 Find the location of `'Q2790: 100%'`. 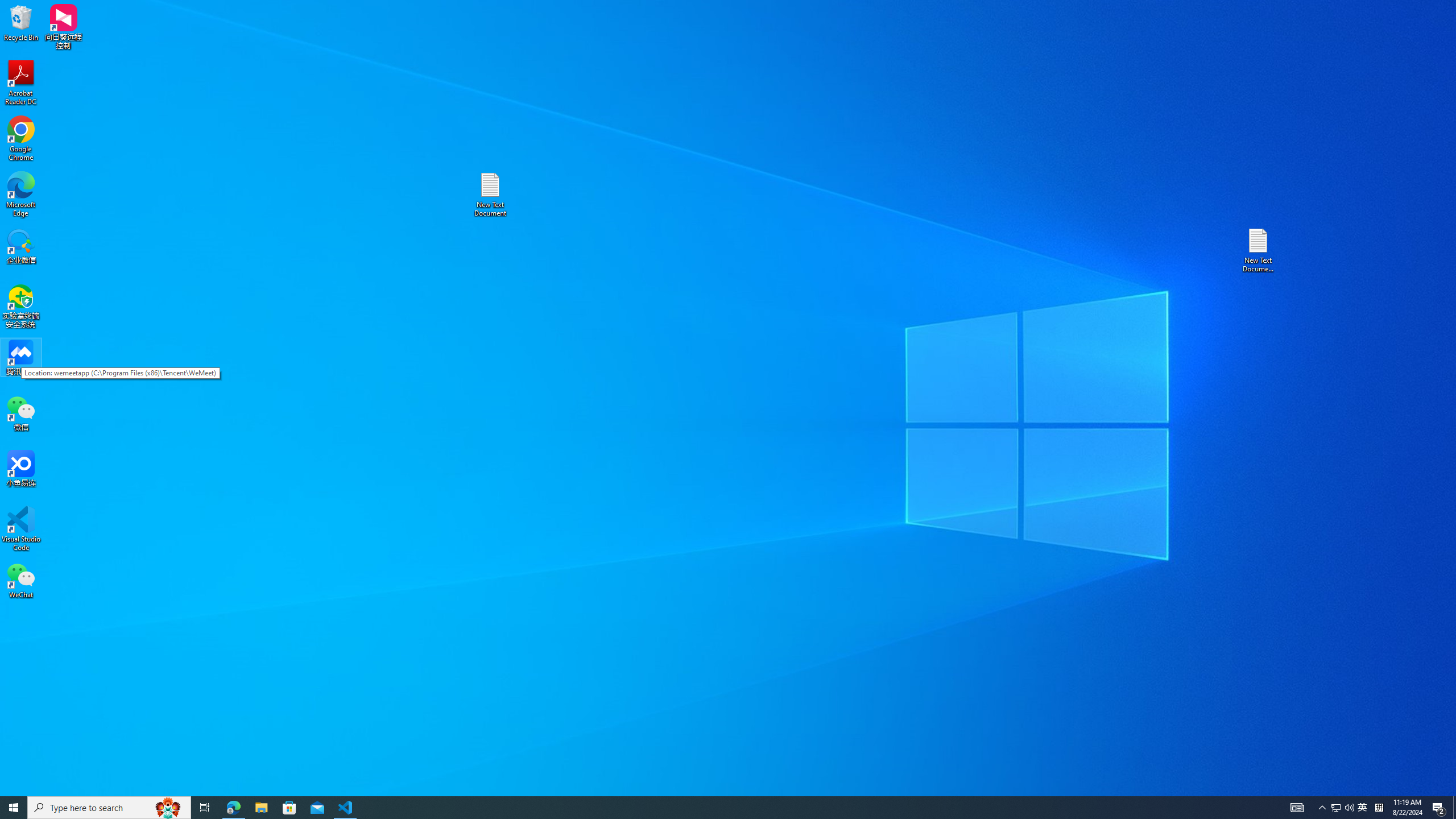

'Q2790: 100%' is located at coordinates (1349, 806).